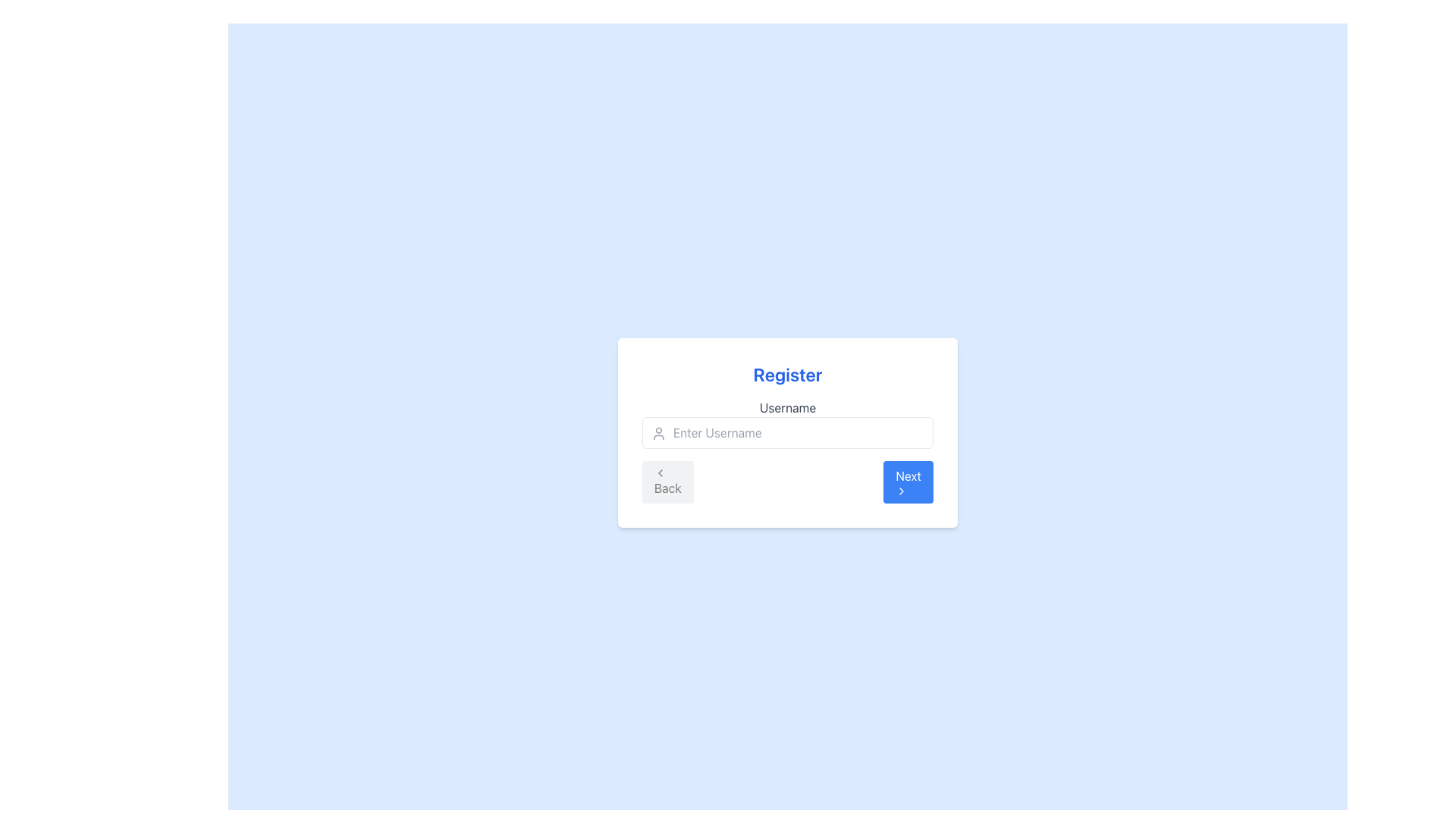 The width and height of the screenshot is (1456, 819). I want to click on the navigation button located at the bottom right of the white rectangular box, so click(908, 482).